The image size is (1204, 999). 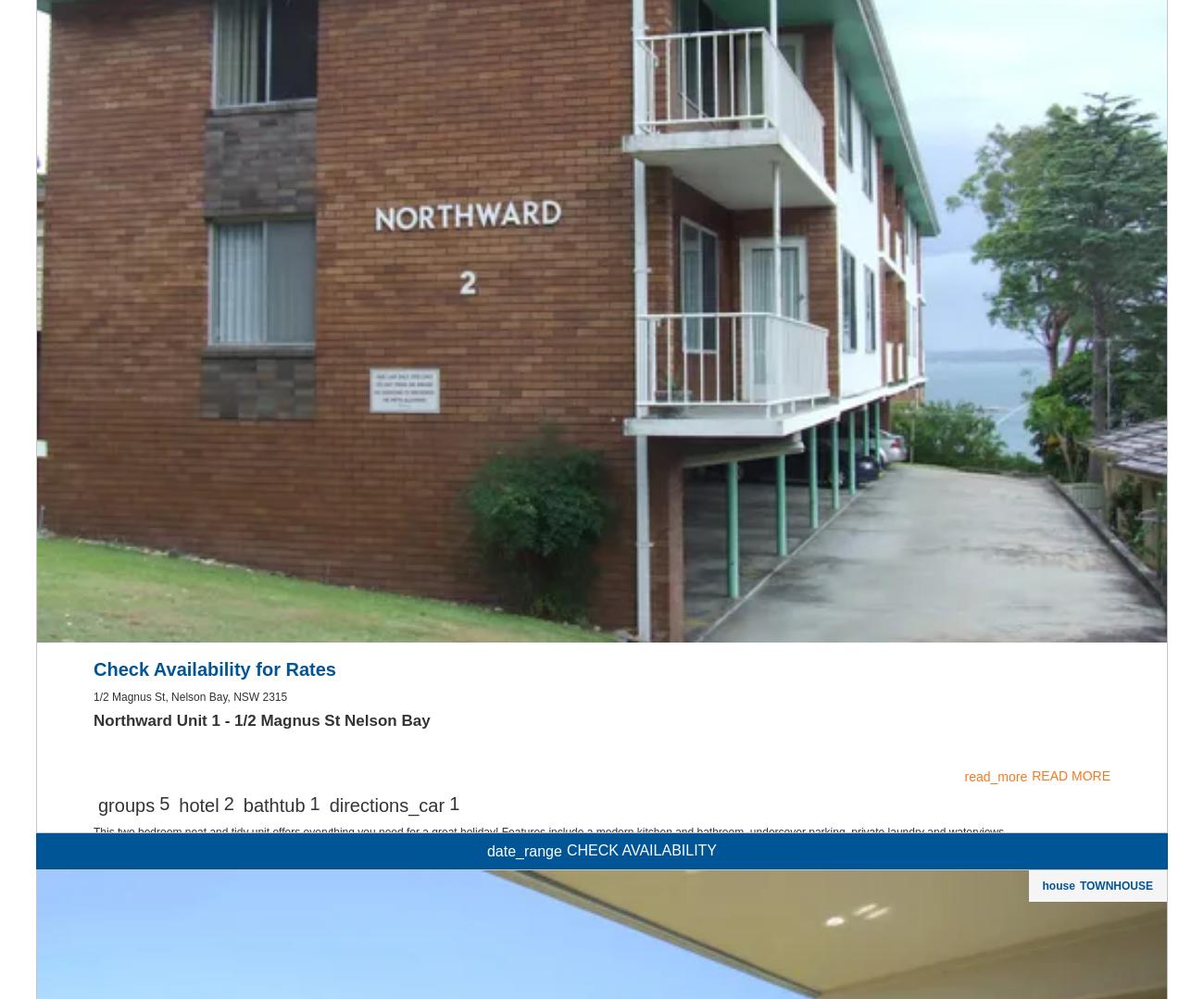 What do you see at coordinates (601, 204) in the screenshot?
I see `'ac_unit'` at bounding box center [601, 204].